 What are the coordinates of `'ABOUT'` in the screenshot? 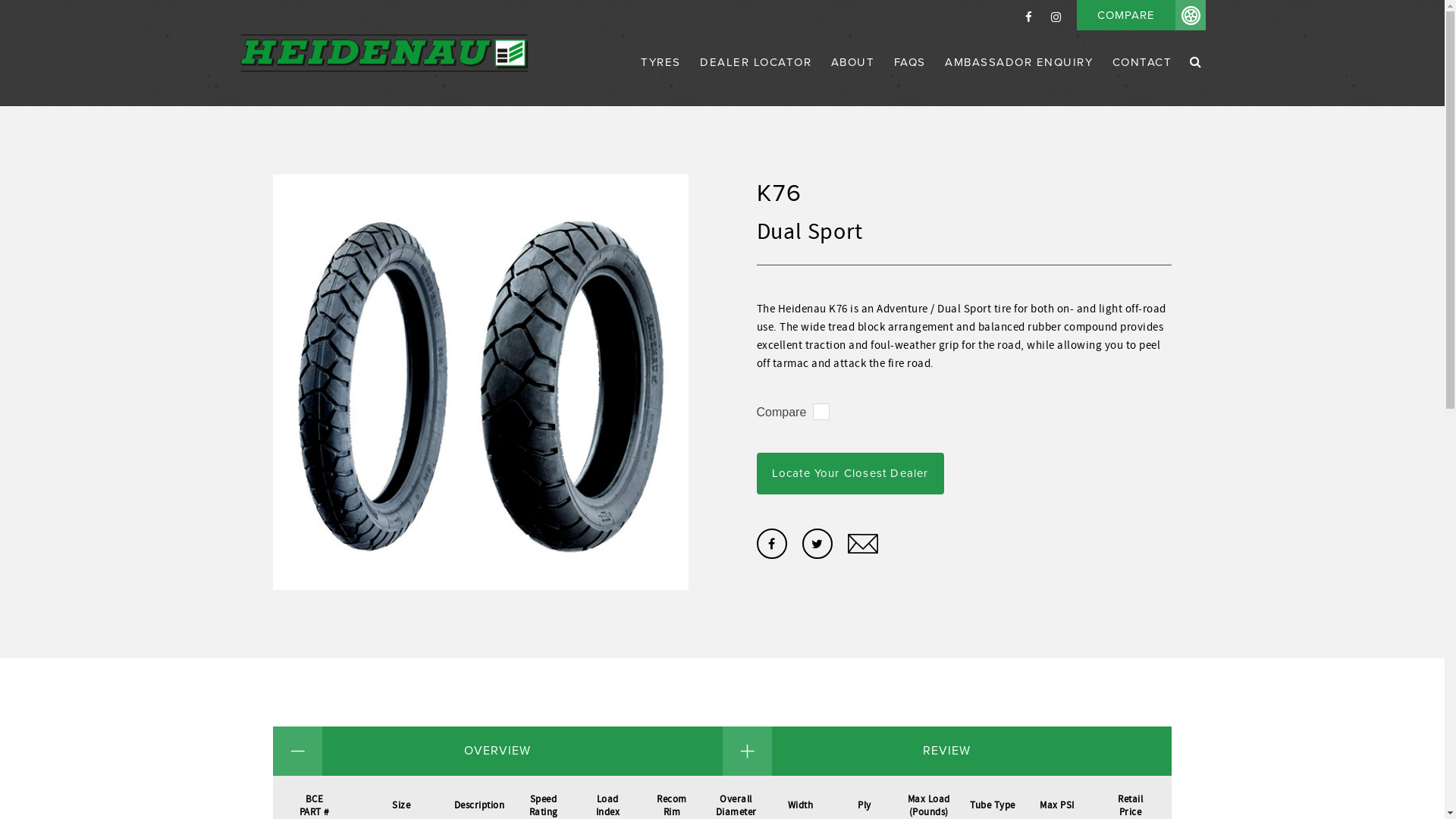 It's located at (852, 79).